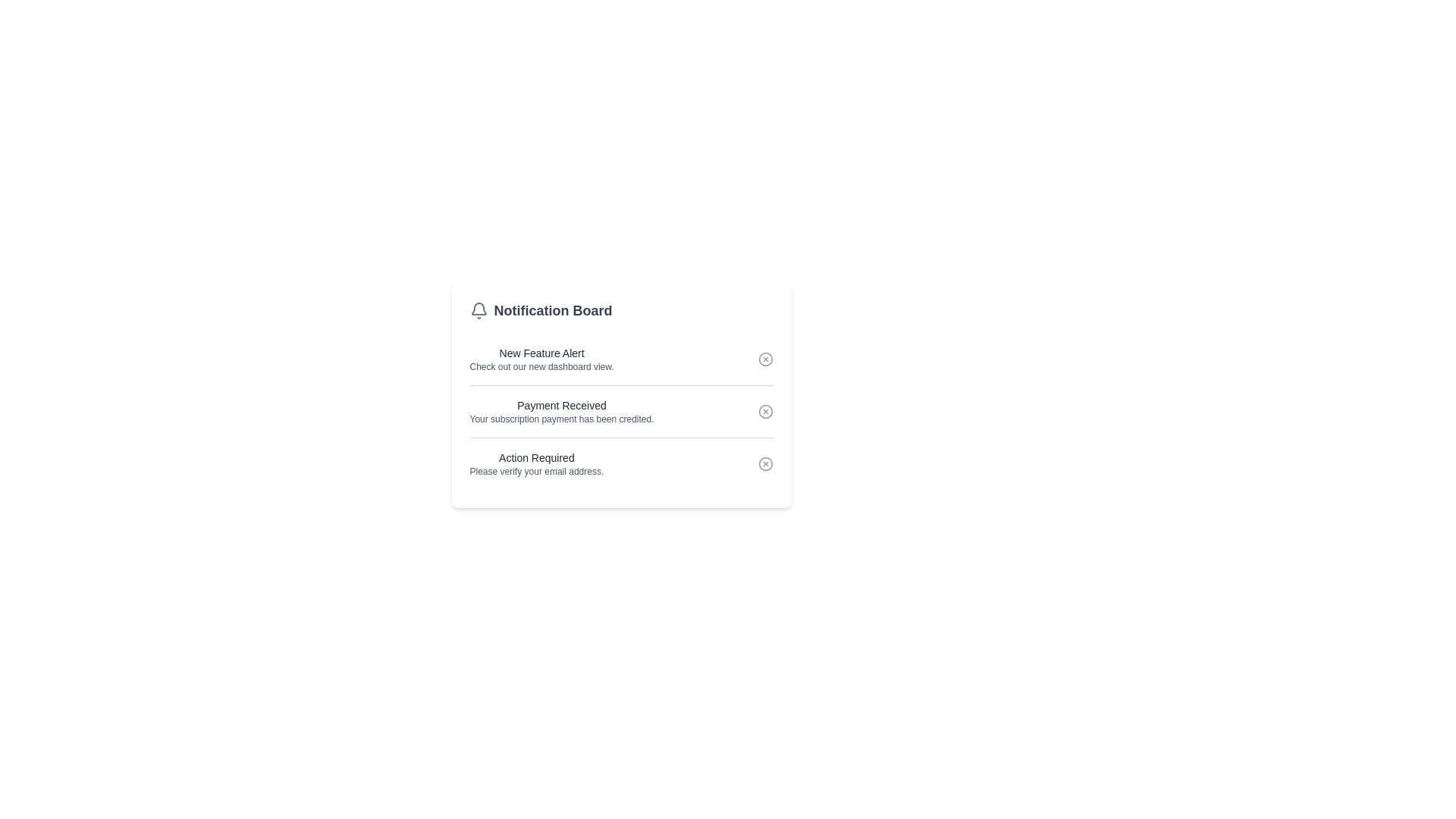  Describe the element at coordinates (552, 309) in the screenshot. I see `the text label saying 'Notification Board', which is a large bold gray font positioned at the top of the notification interface card` at that location.